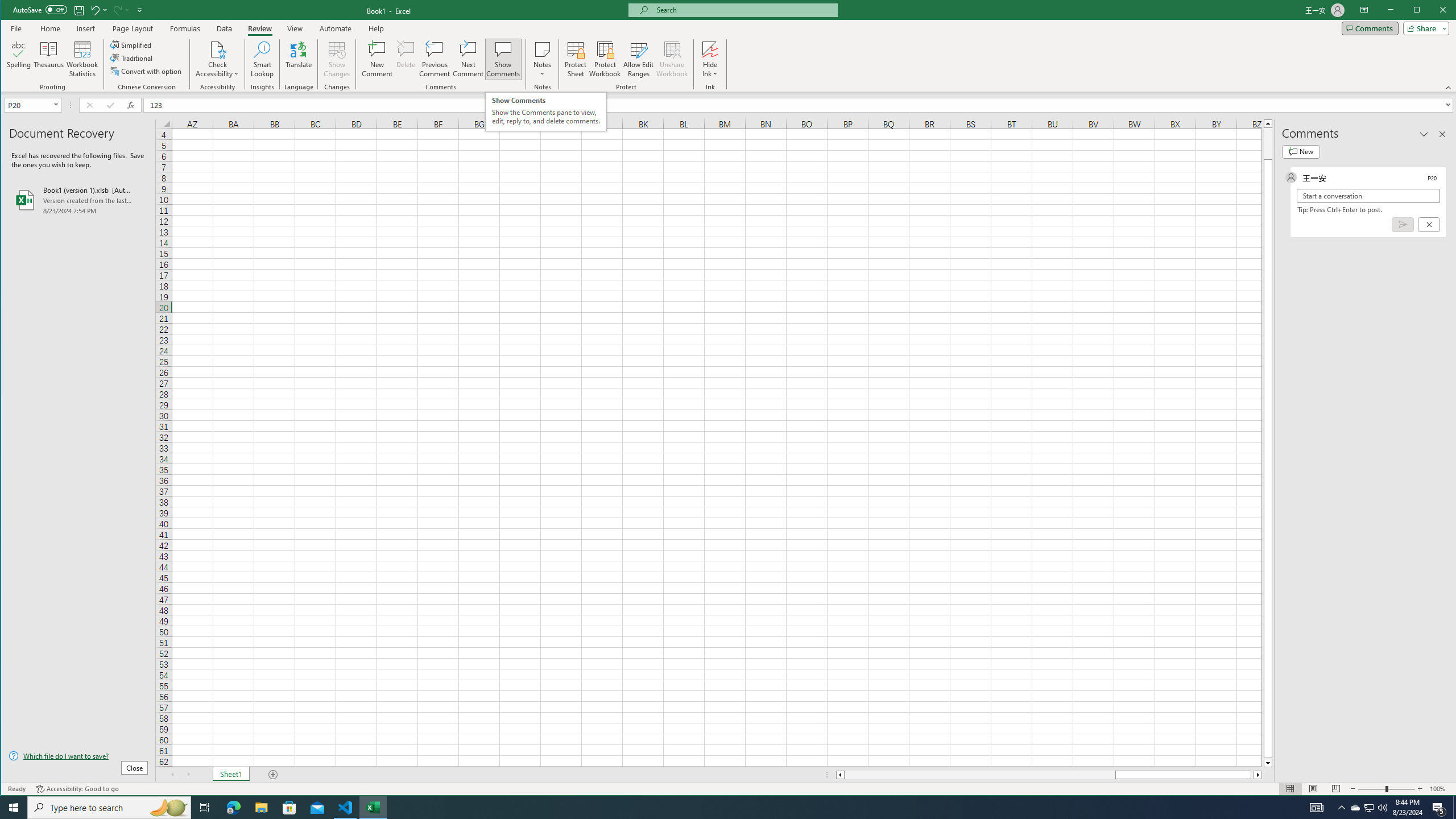 Image resolution: width=1456 pixels, height=819 pixels. Describe the element at coordinates (503, 59) in the screenshot. I see `'Show Comments'` at that location.